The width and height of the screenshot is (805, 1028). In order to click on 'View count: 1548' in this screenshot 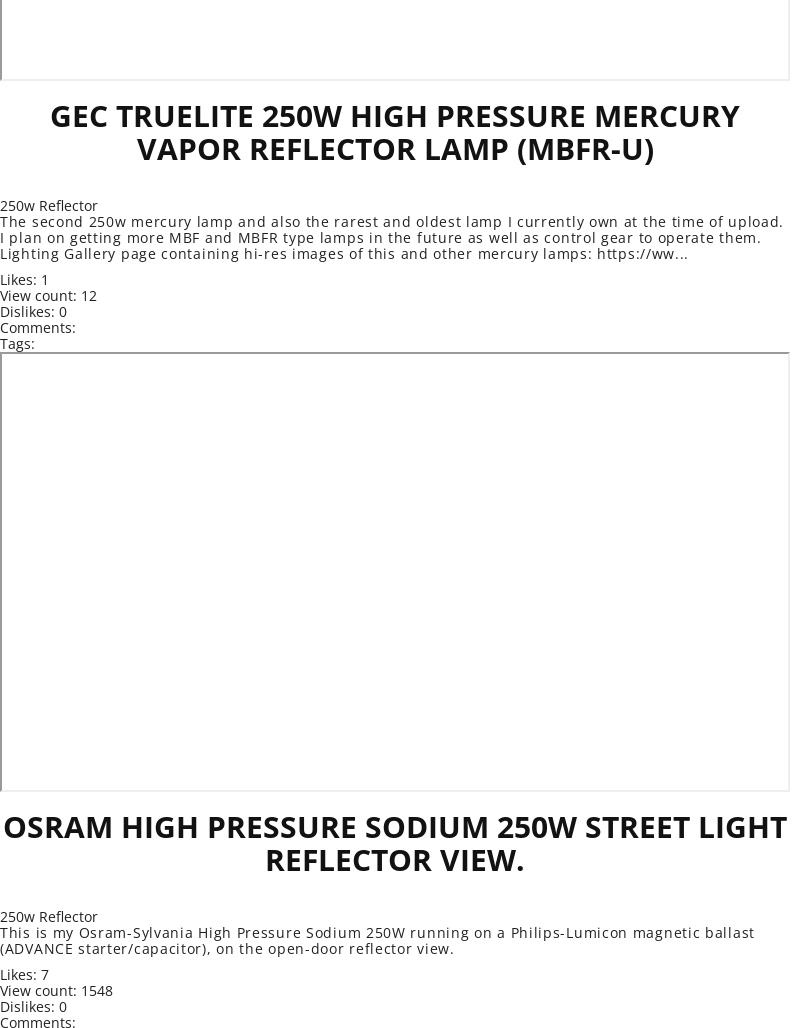, I will do `click(56, 989)`.